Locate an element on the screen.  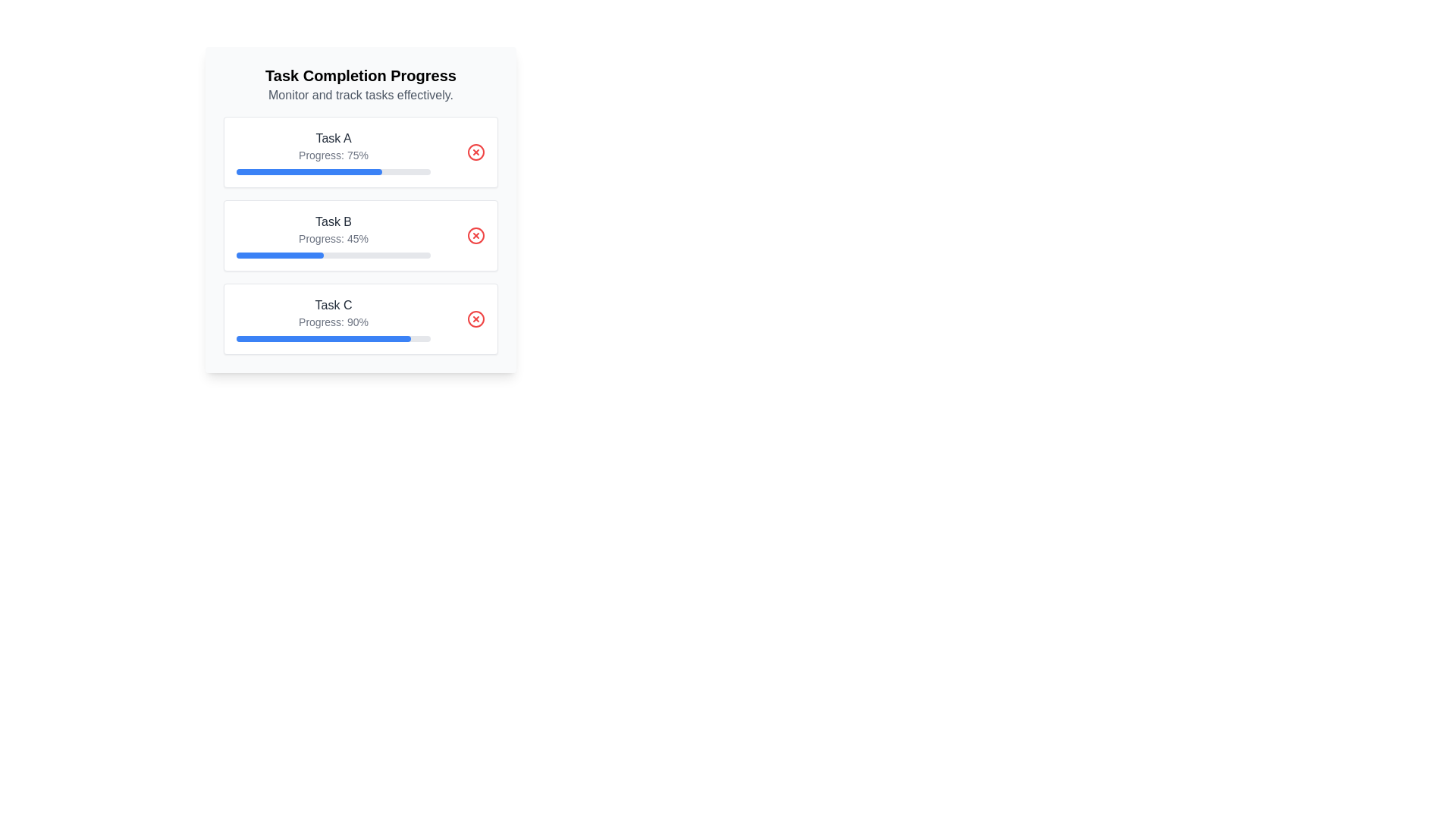
the bold red circular icon button with a cross inside, located at the end of the Task A progress bar is located at coordinates (475, 152).